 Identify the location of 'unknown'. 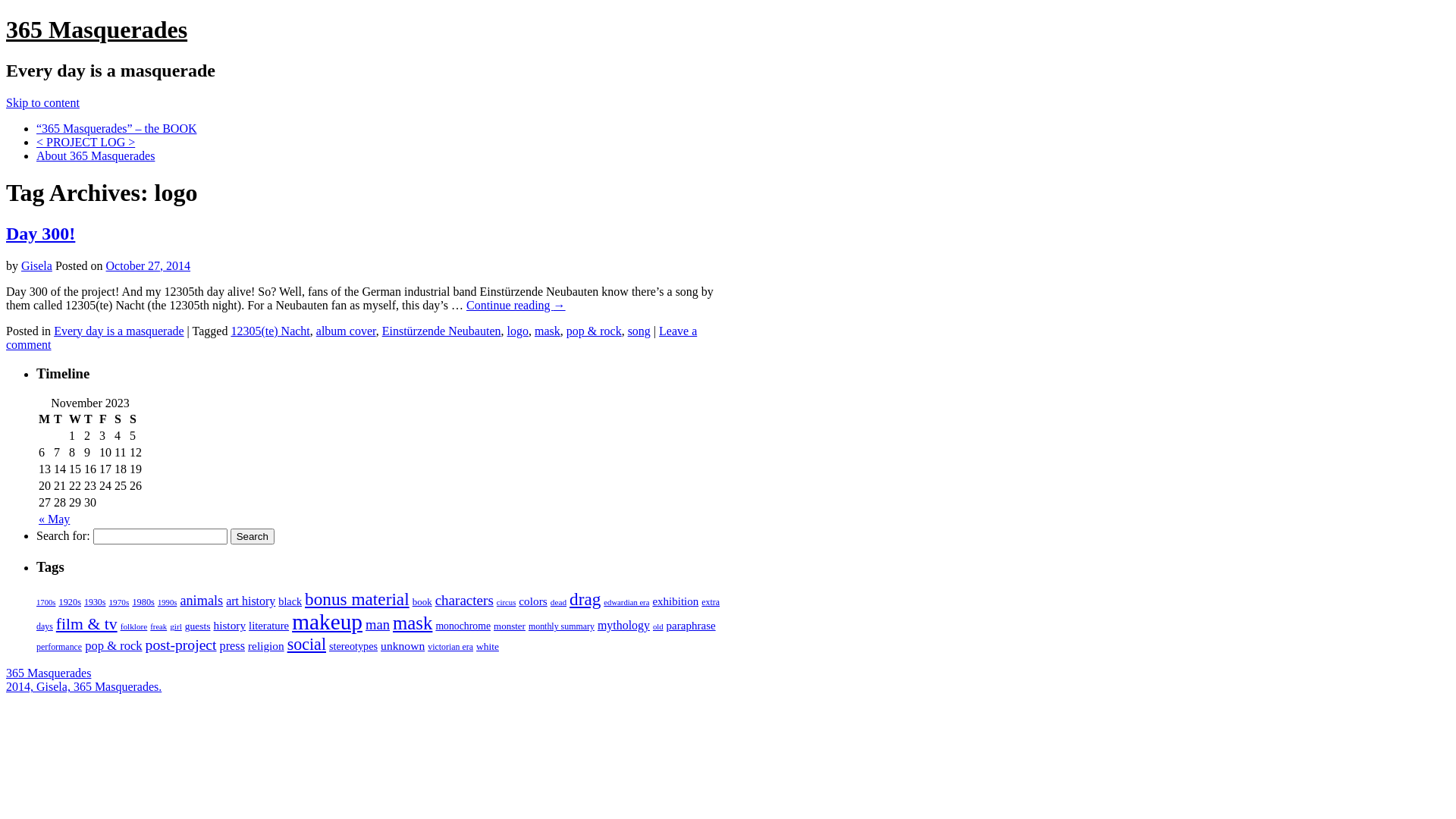
(403, 645).